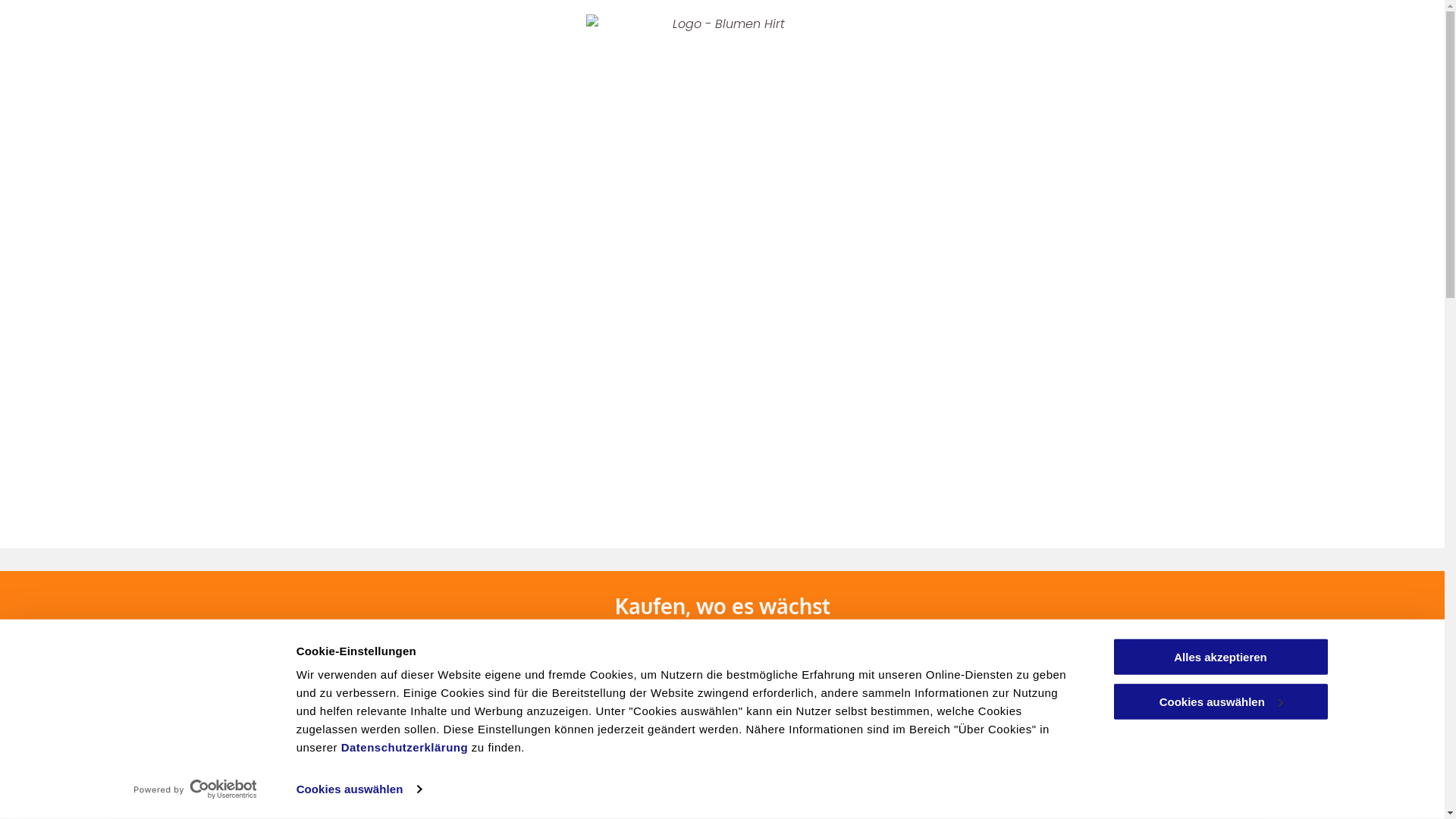  What do you see at coordinates (1219, 656) in the screenshot?
I see `'Alles akzeptieren'` at bounding box center [1219, 656].